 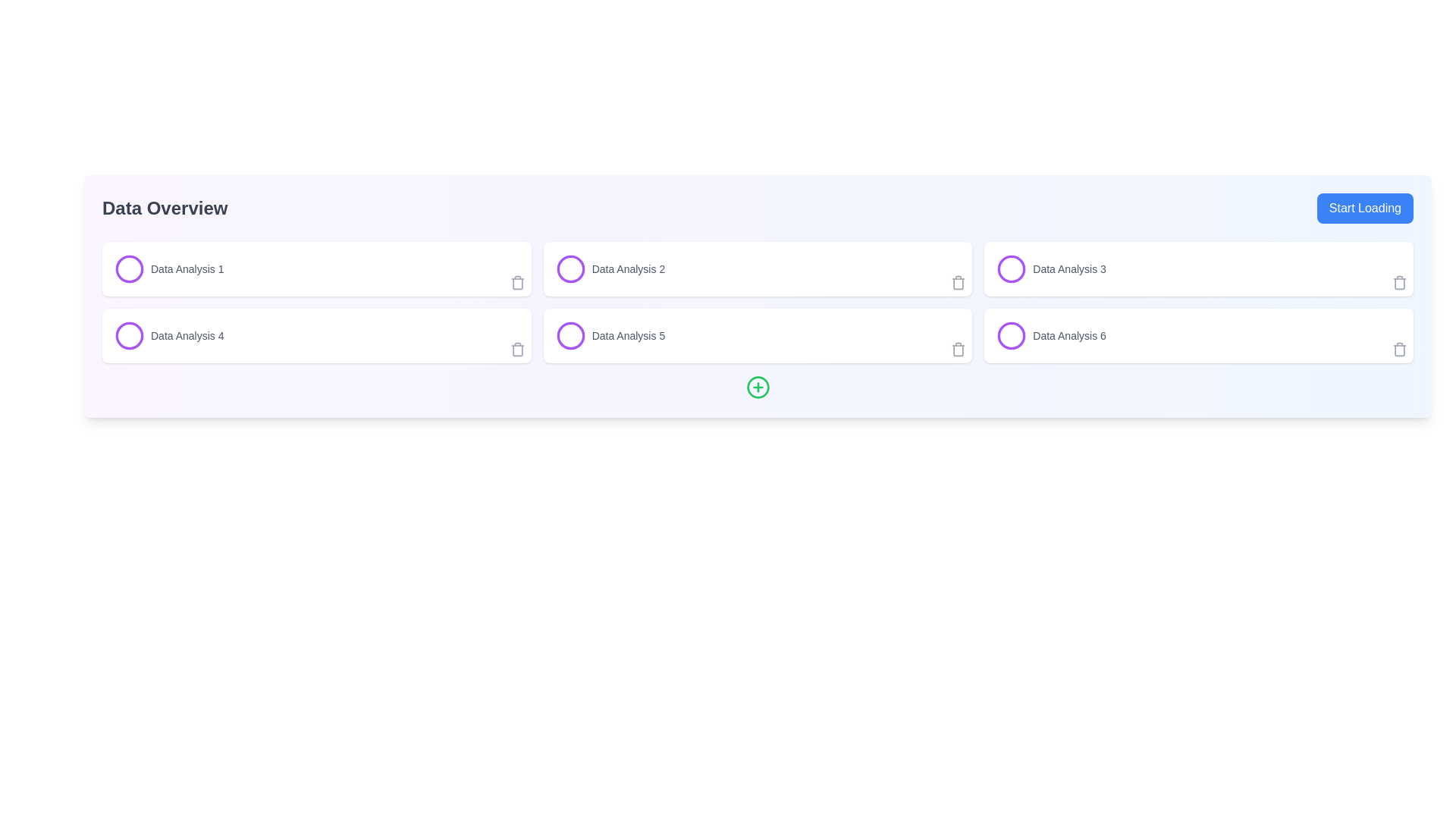 What do you see at coordinates (187, 268) in the screenshot?
I see `text content of the Text label that identifies the first data analysis item in the top-left segment of the grid layout, positioned next to a circular icon` at bounding box center [187, 268].